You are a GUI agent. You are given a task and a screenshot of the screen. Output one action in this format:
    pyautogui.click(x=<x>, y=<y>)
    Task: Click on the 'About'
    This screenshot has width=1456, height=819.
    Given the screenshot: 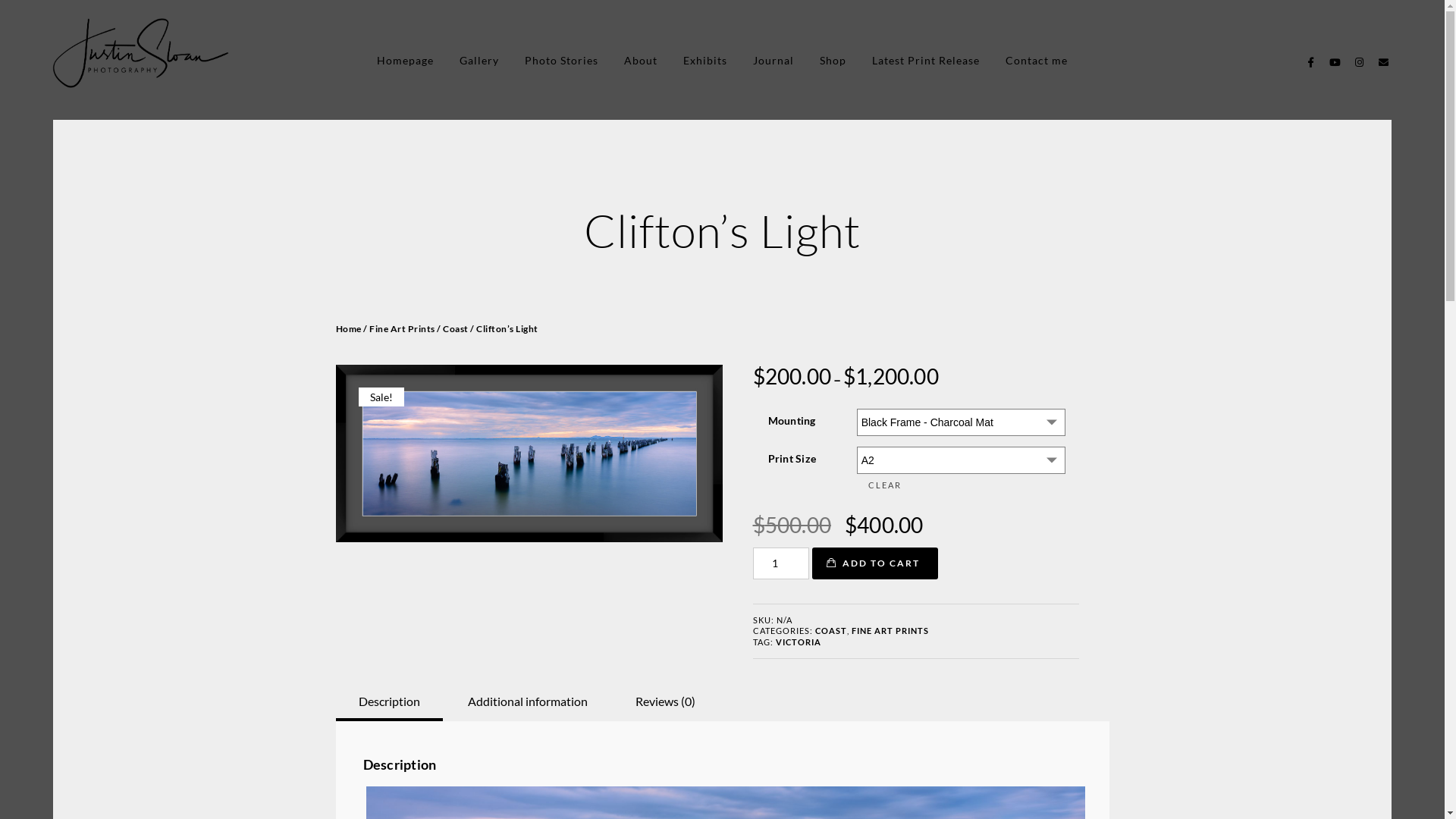 What is the action you would take?
    pyautogui.click(x=623, y=59)
    